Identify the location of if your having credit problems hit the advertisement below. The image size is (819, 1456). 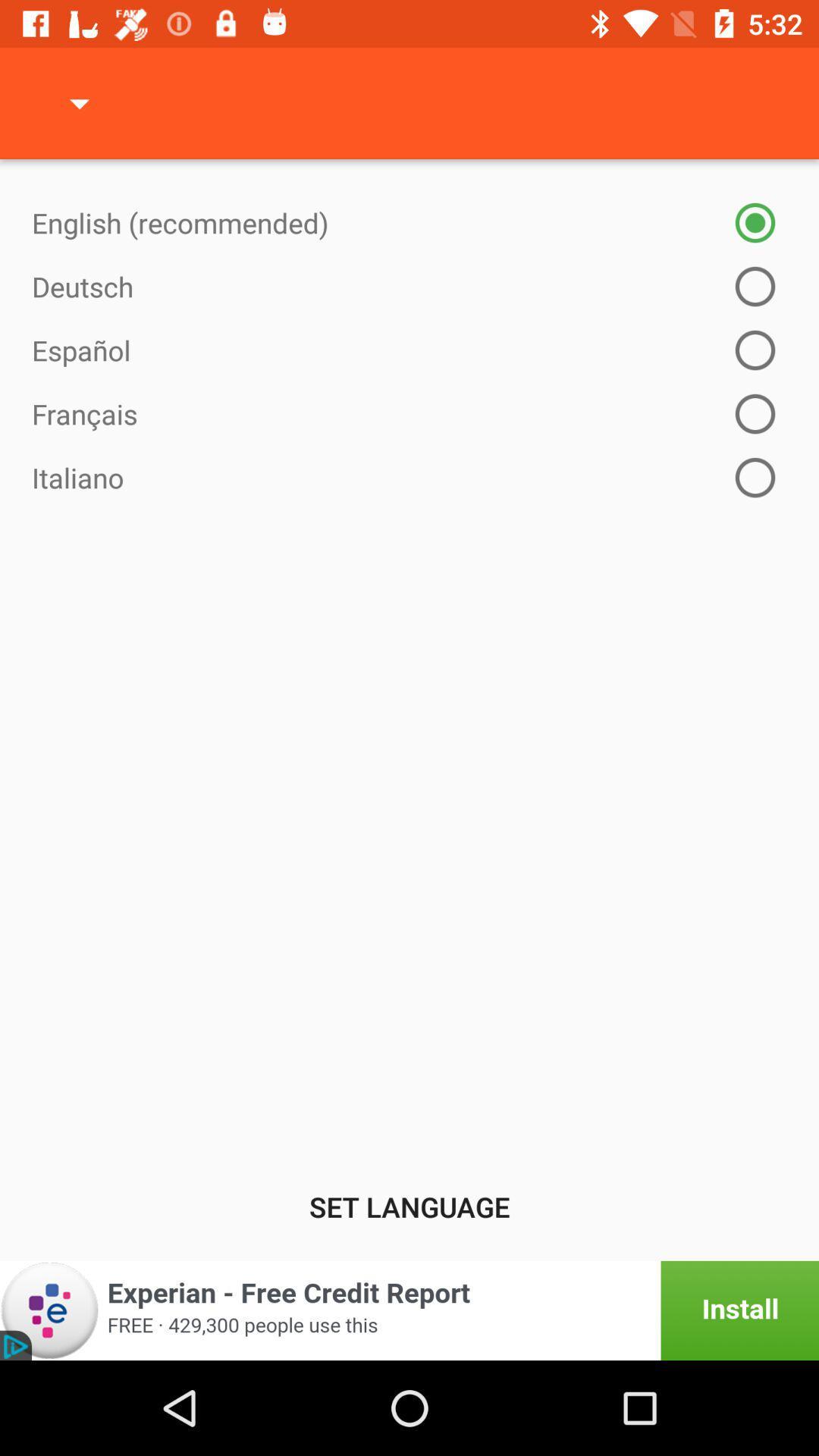
(409, 1310).